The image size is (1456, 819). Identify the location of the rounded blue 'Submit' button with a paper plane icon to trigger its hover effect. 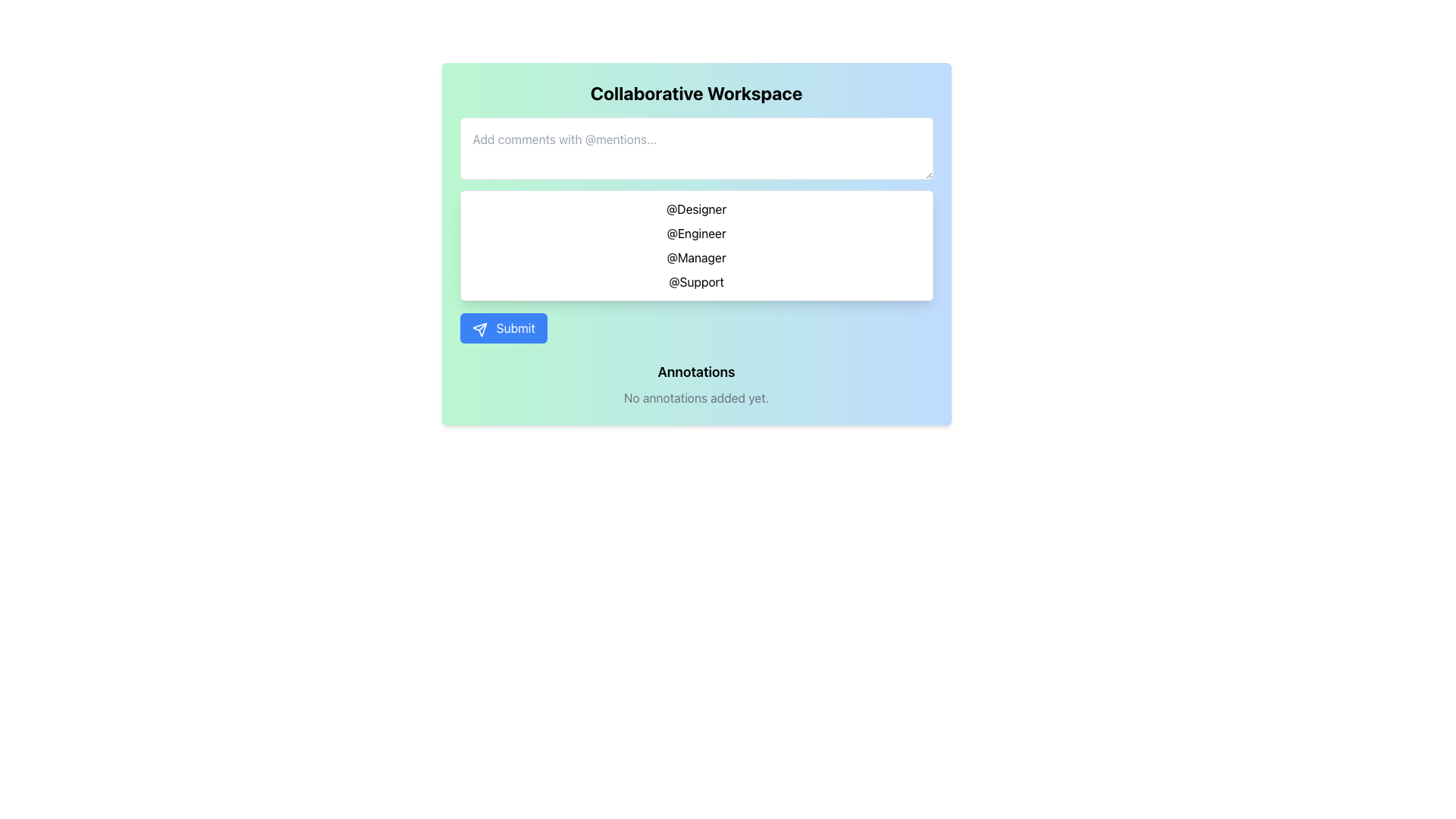
(504, 327).